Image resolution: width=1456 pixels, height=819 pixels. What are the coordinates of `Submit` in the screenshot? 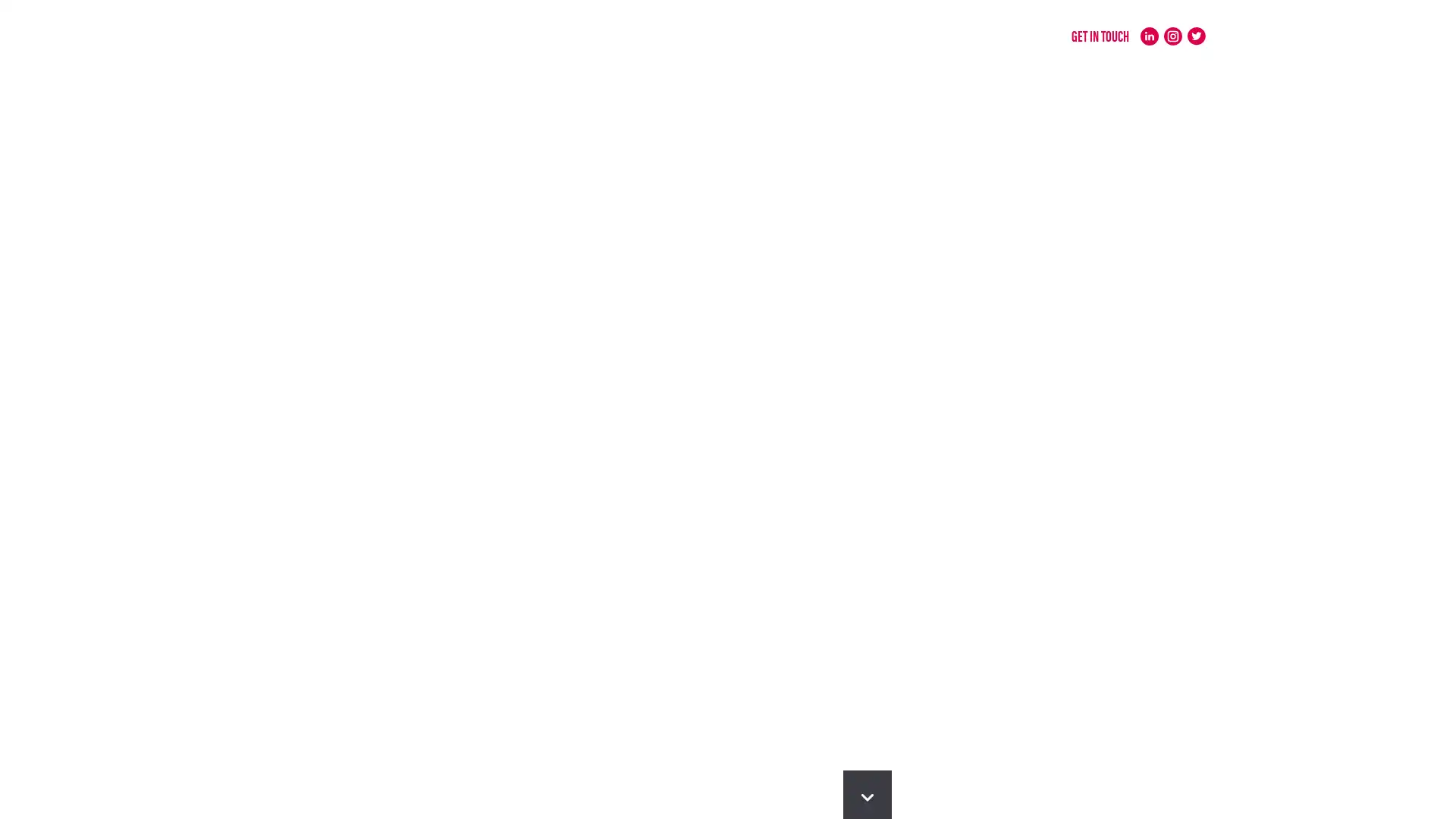 It's located at (874, 379).